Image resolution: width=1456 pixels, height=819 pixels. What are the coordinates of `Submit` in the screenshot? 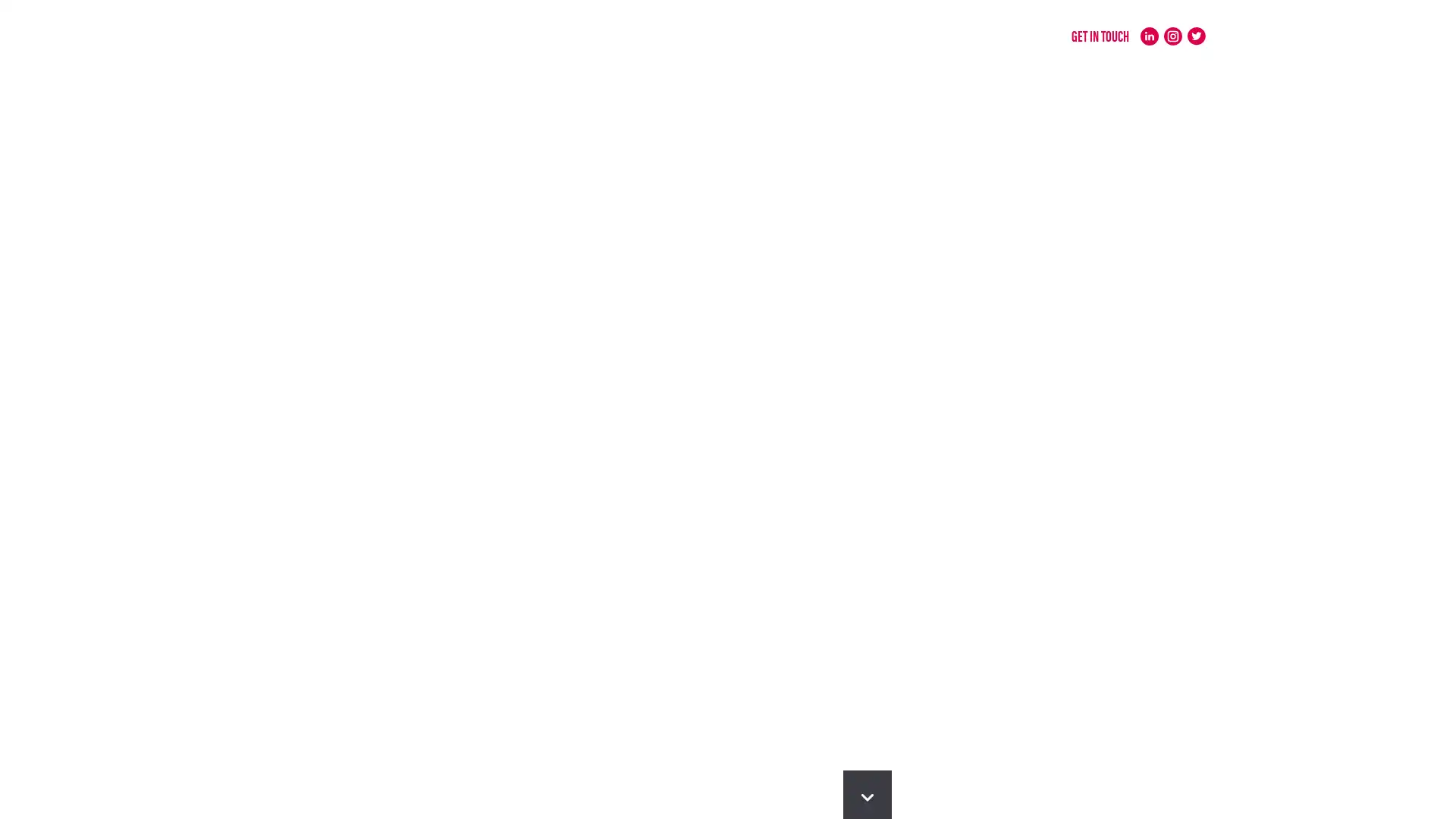 It's located at (874, 379).